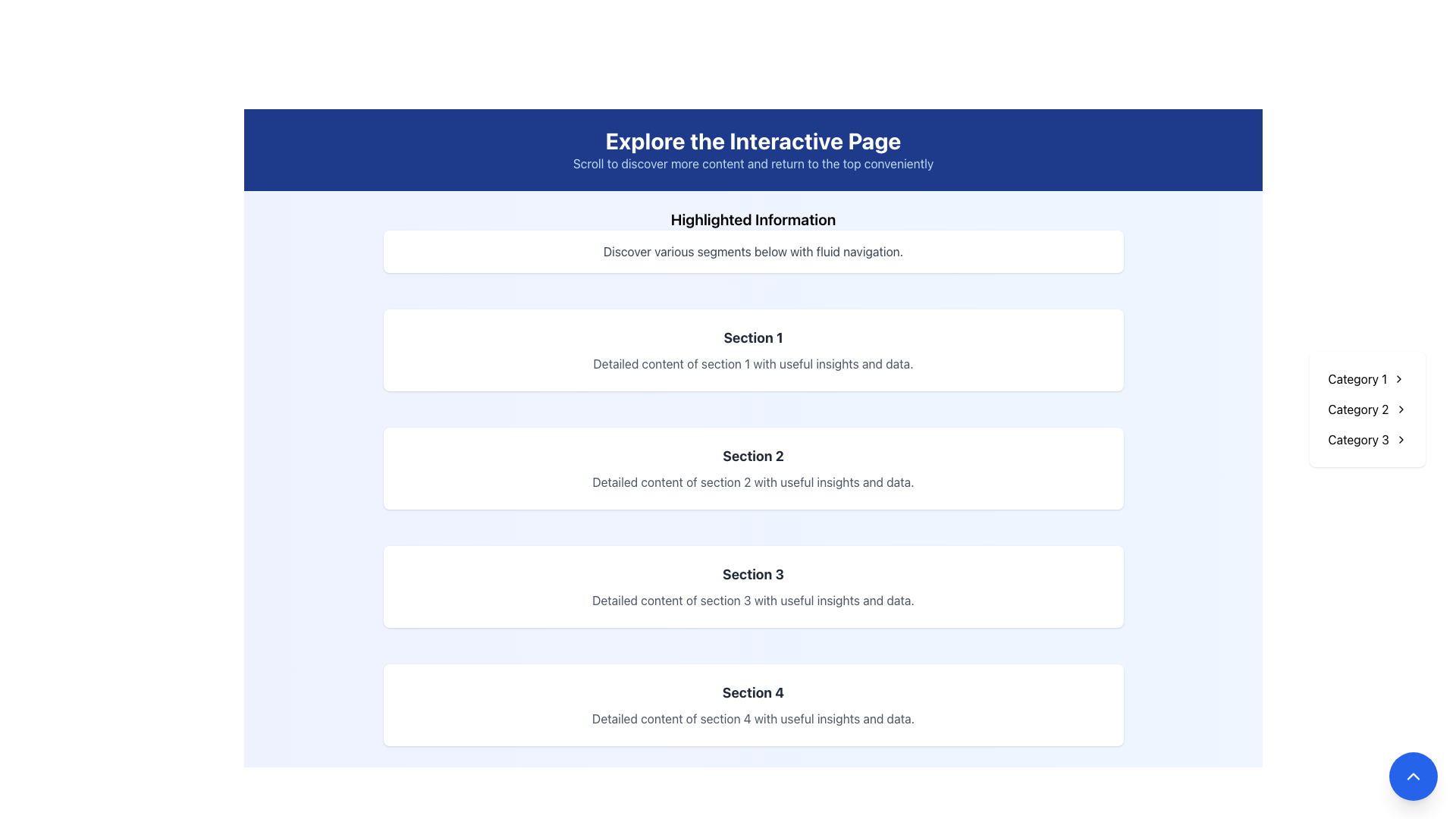 The image size is (1456, 819). Describe the element at coordinates (753, 240) in the screenshot. I see `the text block titled 'Highlighted Information' that contains the subtitle 'Discover various segments below with fluid navigation.' This element is positioned centrally below the page header and above the sections labeled 'Section 1' through 'Section 15.'` at that location.